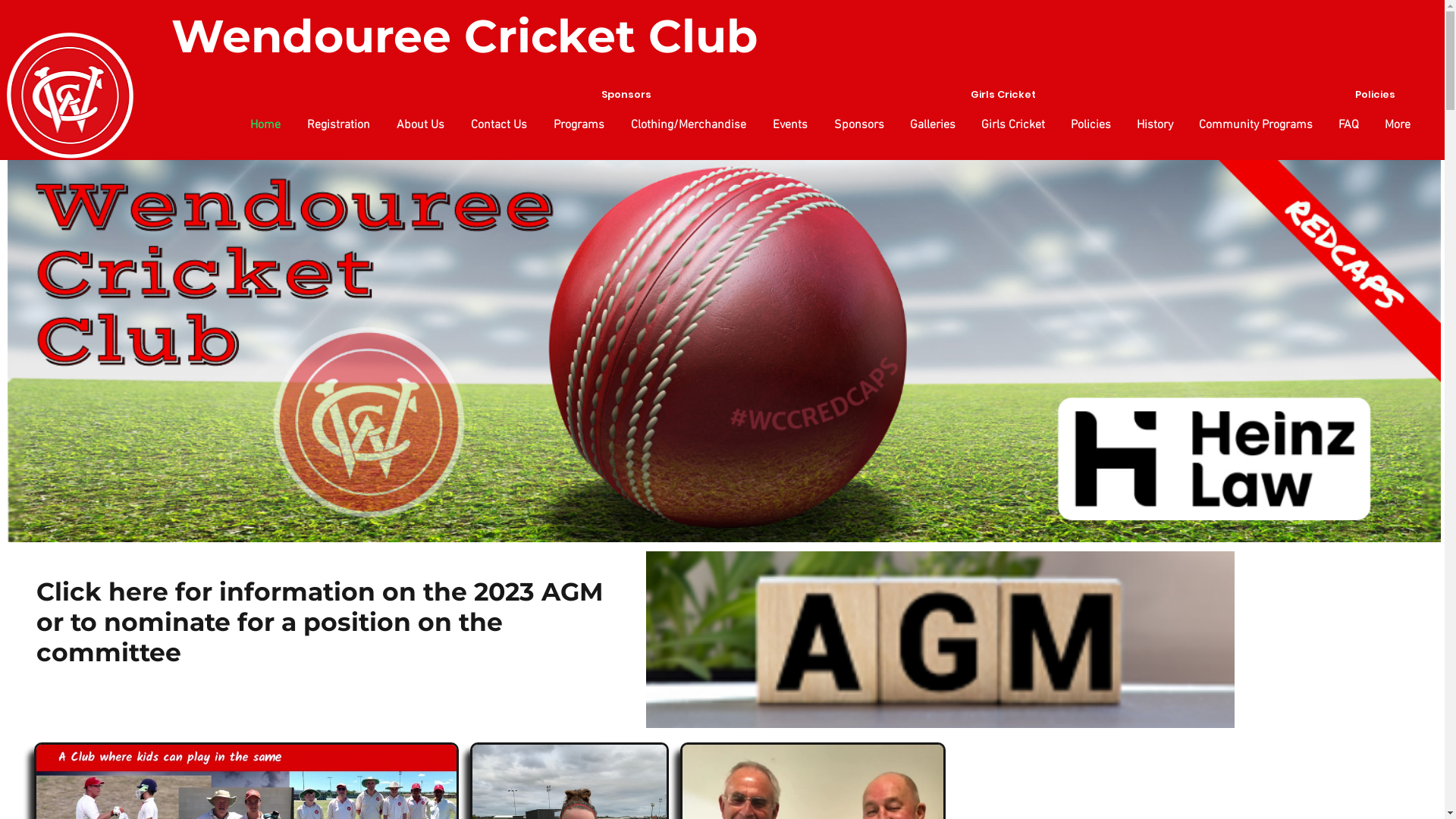  What do you see at coordinates (234, 124) in the screenshot?
I see `'Home'` at bounding box center [234, 124].